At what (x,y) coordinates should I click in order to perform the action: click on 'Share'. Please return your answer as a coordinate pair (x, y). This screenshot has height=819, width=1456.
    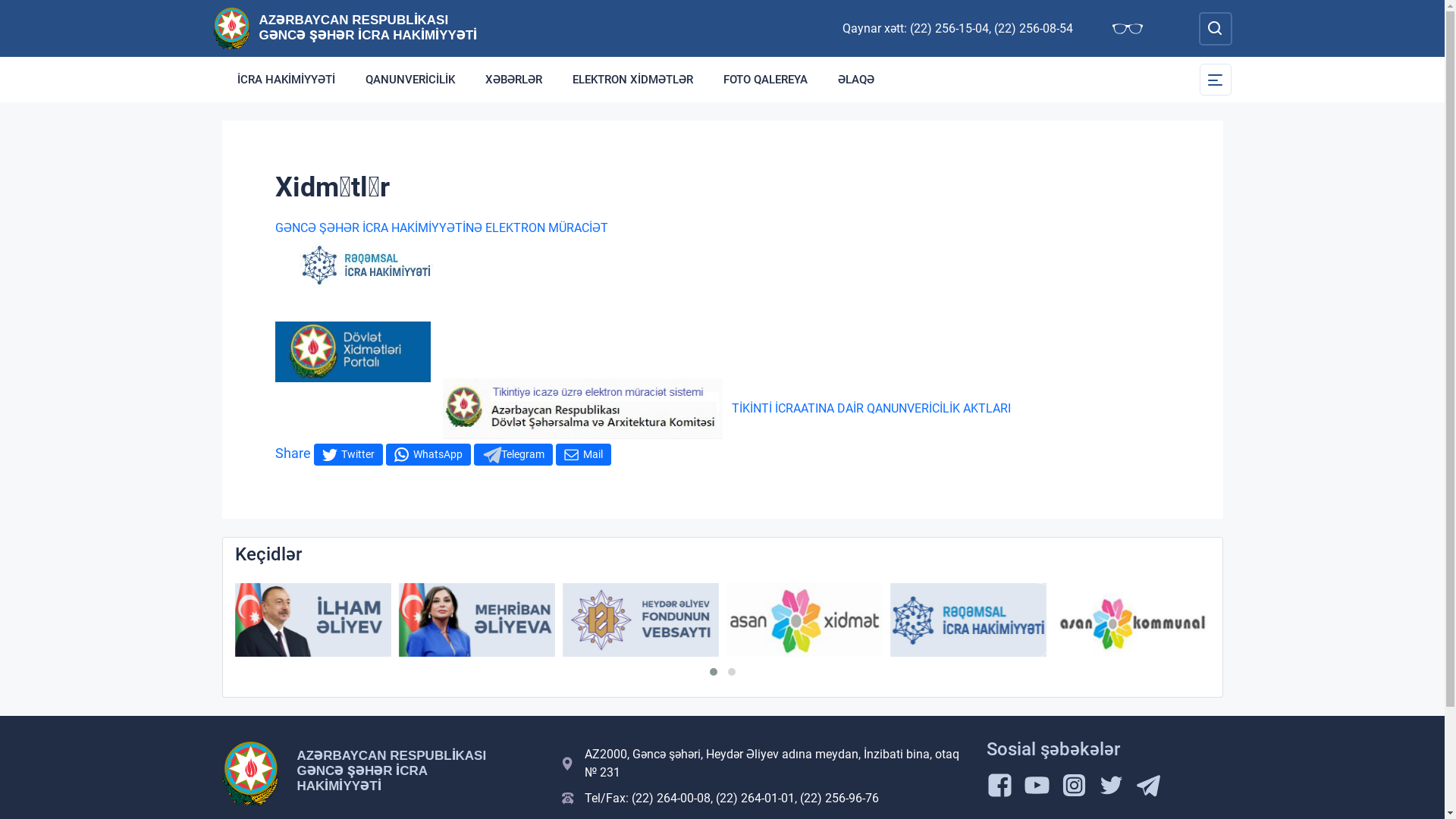
    Looking at the image, I should click on (292, 452).